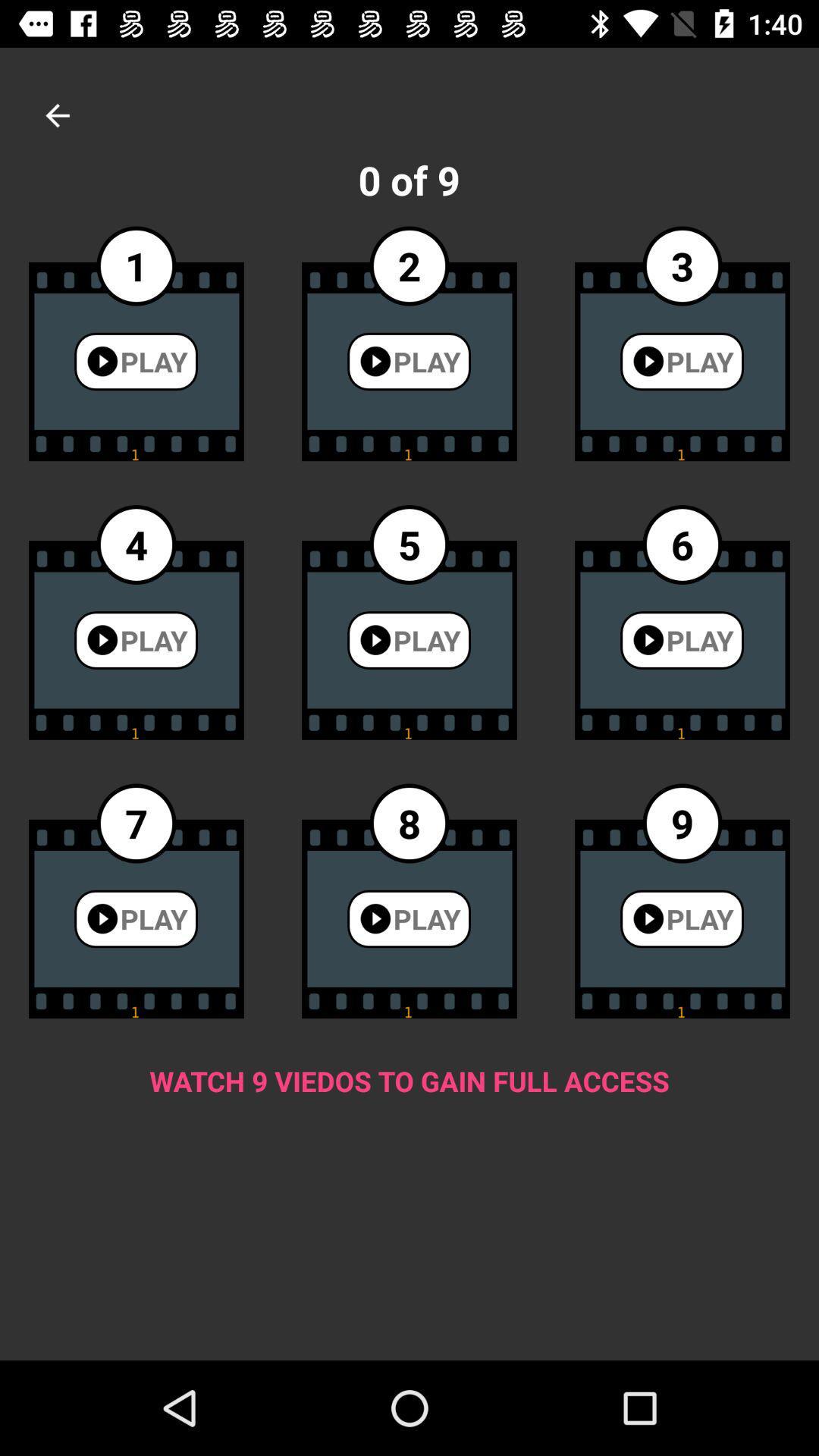 The image size is (819, 1456). I want to click on go back, so click(57, 115).